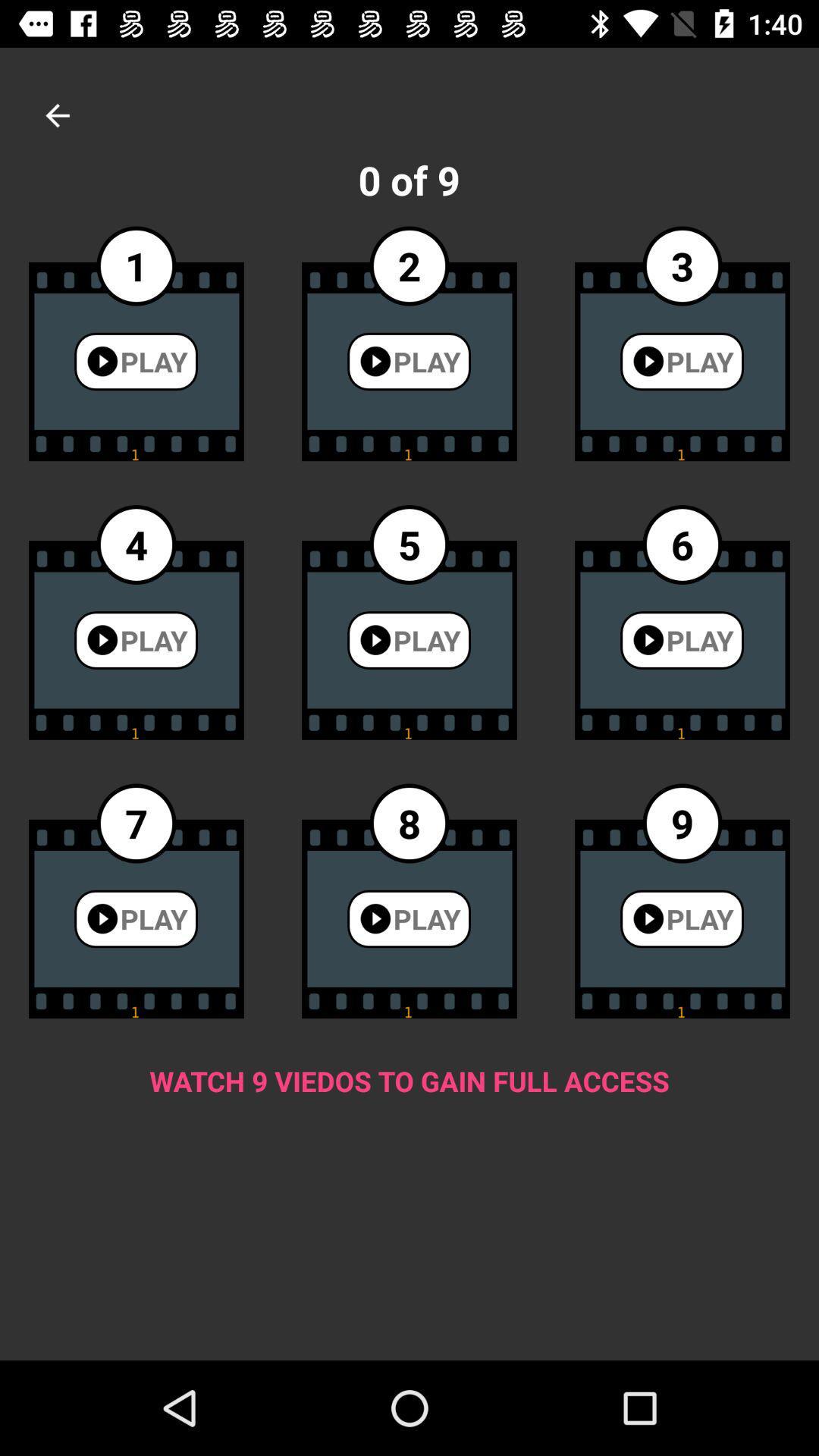 The image size is (819, 1456). I want to click on go back, so click(57, 115).